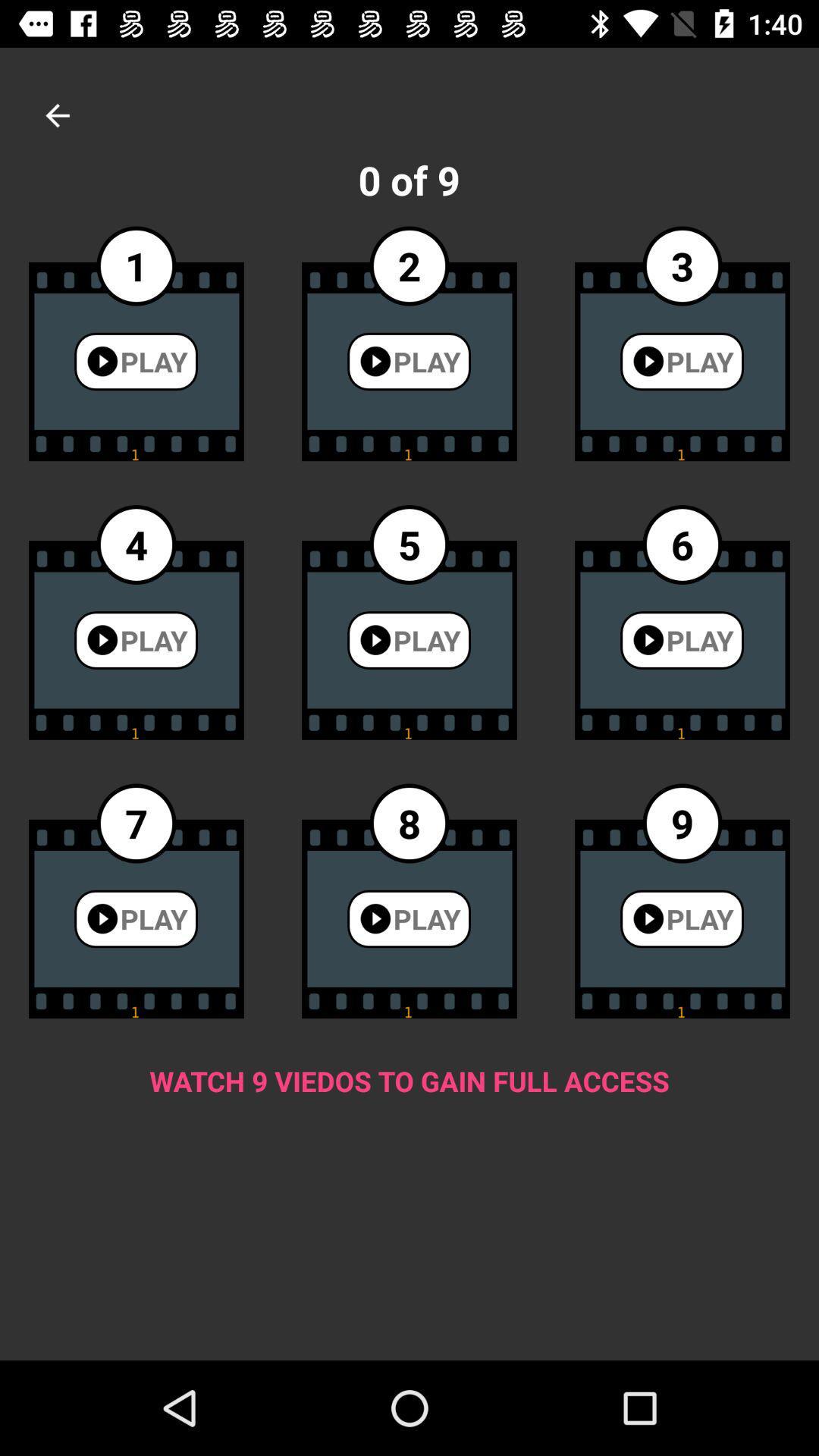 The image size is (819, 1456). I want to click on go back, so click(57, 115).